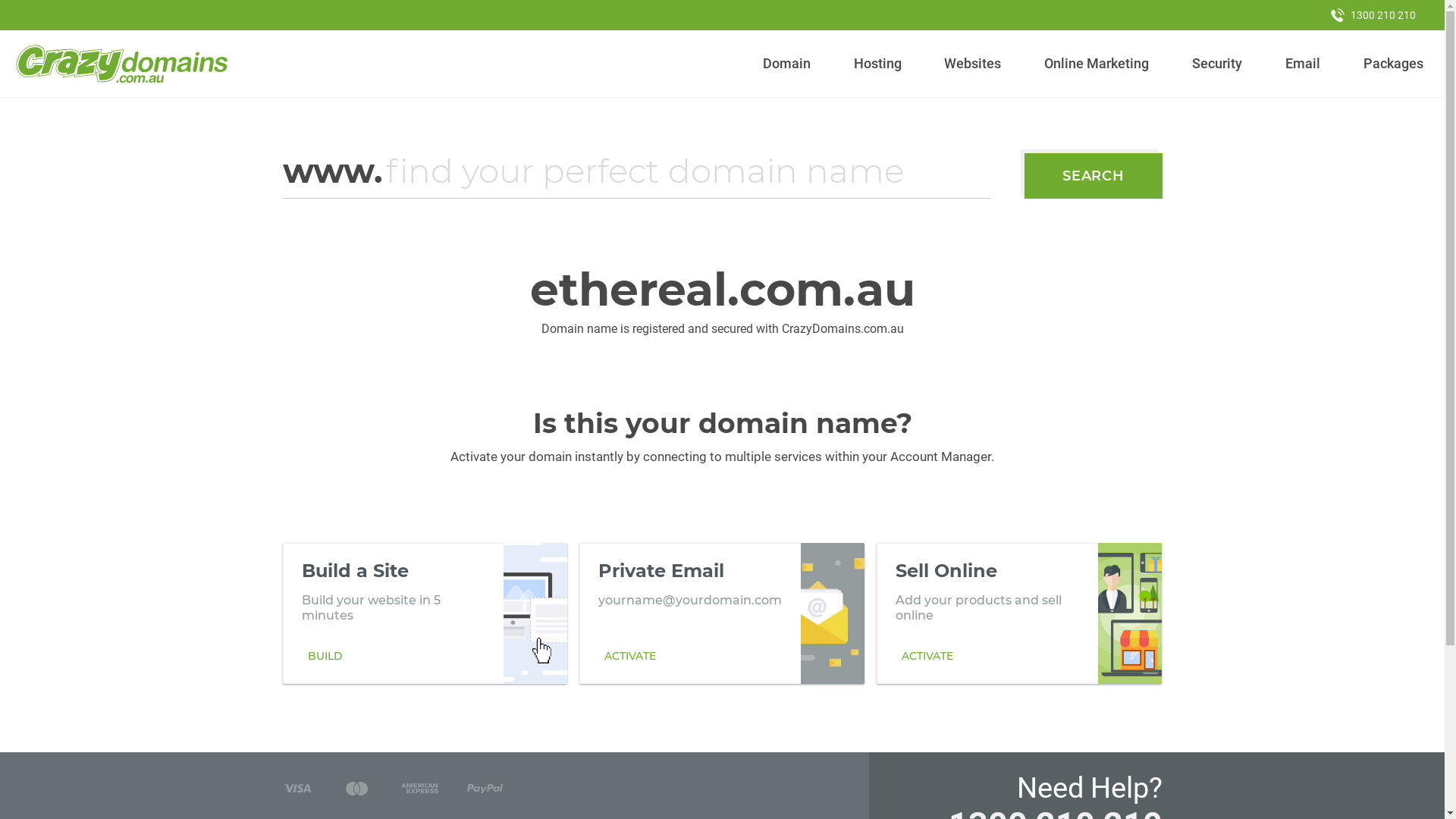  I want to click on 'SEARCH', so click(1093, 174).